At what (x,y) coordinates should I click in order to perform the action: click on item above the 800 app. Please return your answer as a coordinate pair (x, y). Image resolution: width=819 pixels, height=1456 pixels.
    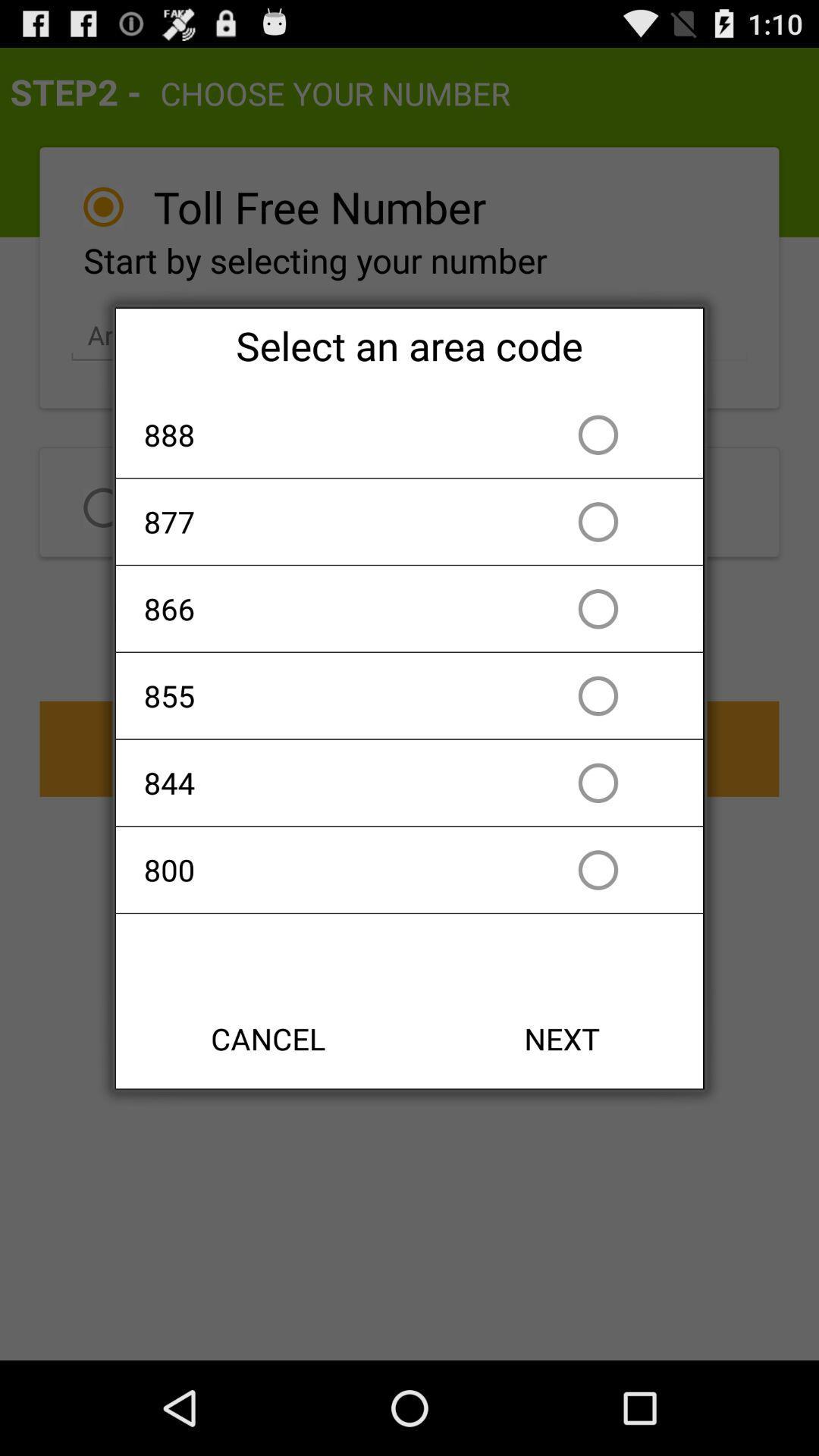
    Looking at the image, I should click on (322, 783).